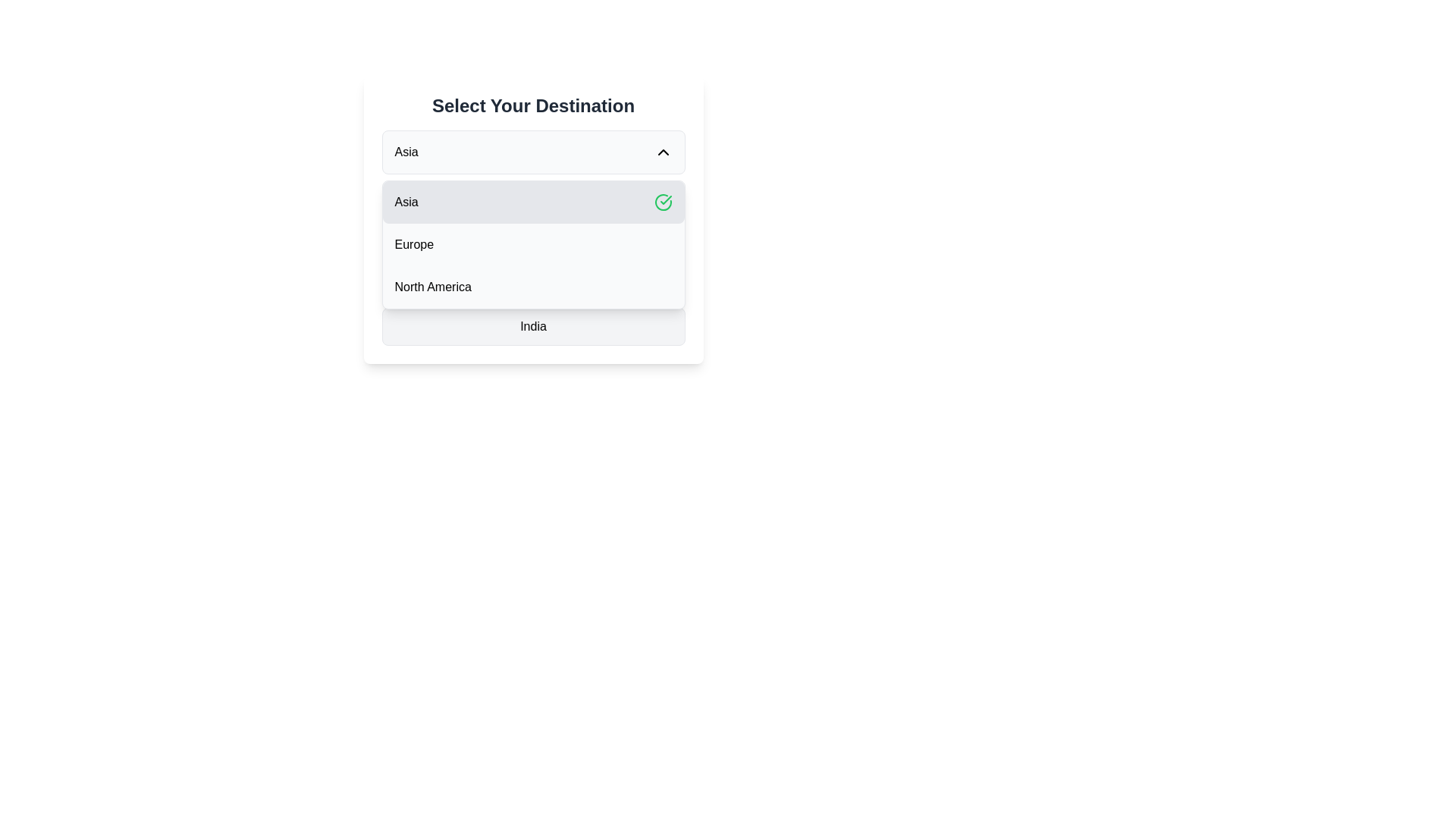 This screenshot has height=819, width=1456. Describe the element at coordinates (414, 244) in the screenshot. I see `the text label displaying 'Europe' in the dropdown menu` at that location.